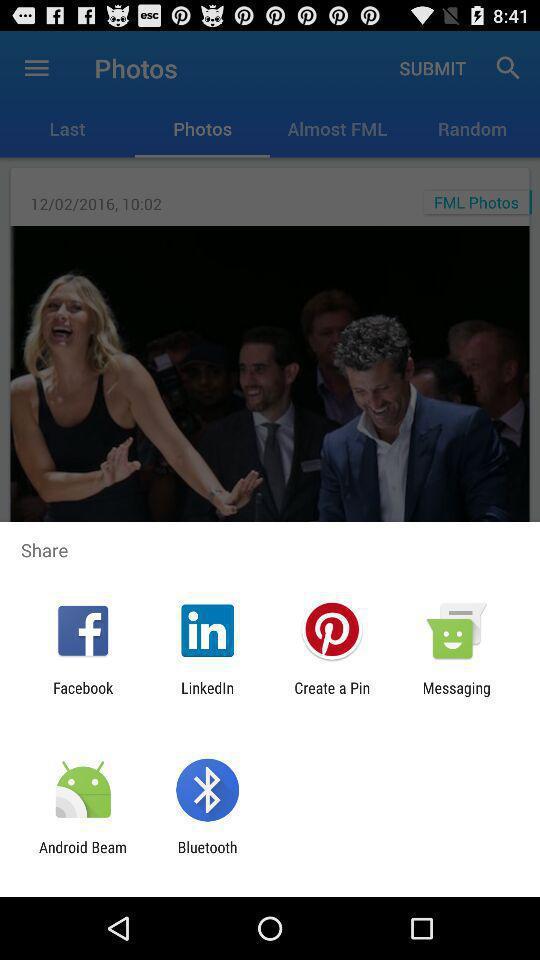 The height and width of the screenshot is (960, 540). Describe the element at coordinates (82, 696) in the screenshot. I see `facebook icon` at that location.